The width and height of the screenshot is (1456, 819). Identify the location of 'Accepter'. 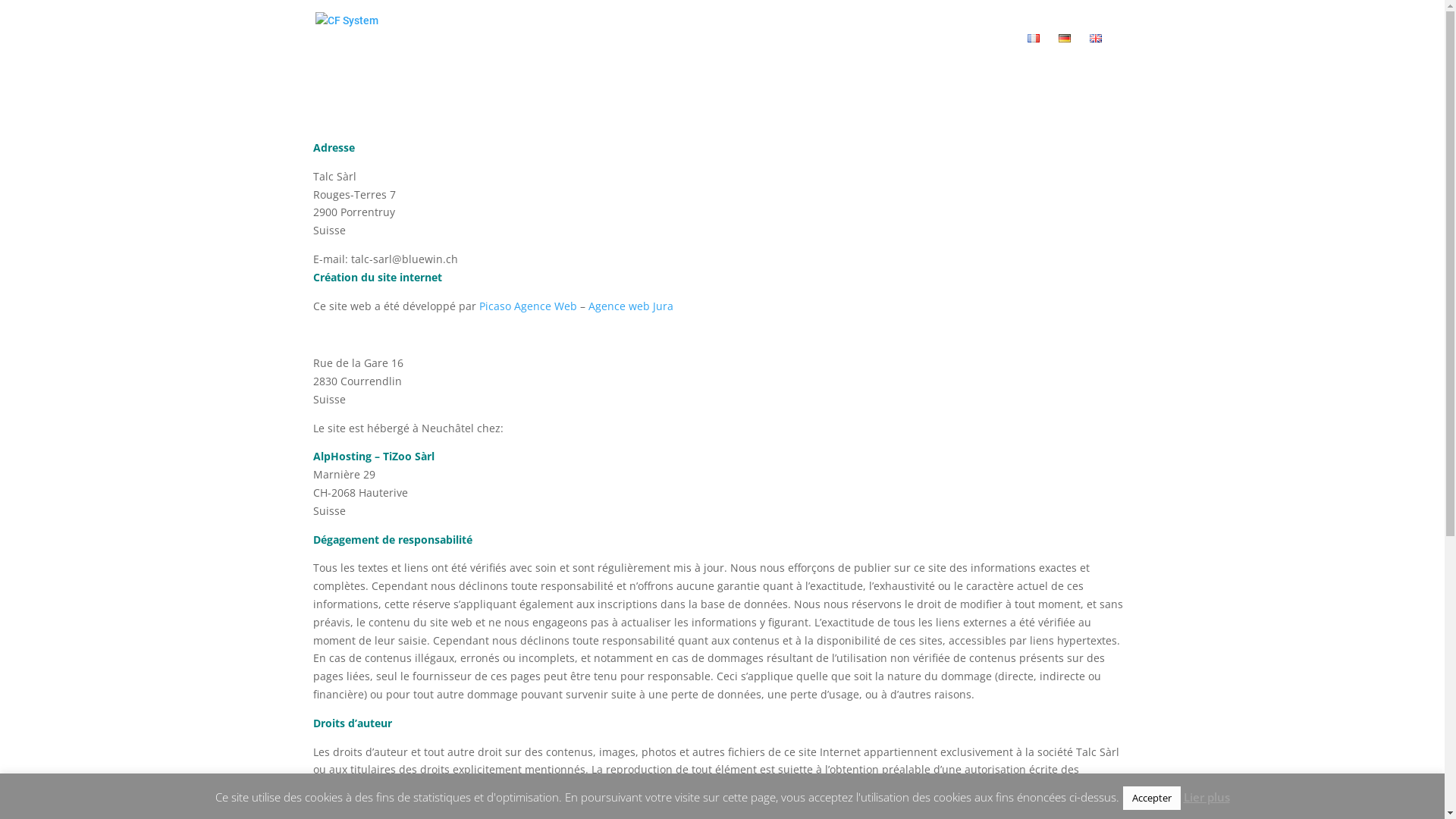
(1150, 797).